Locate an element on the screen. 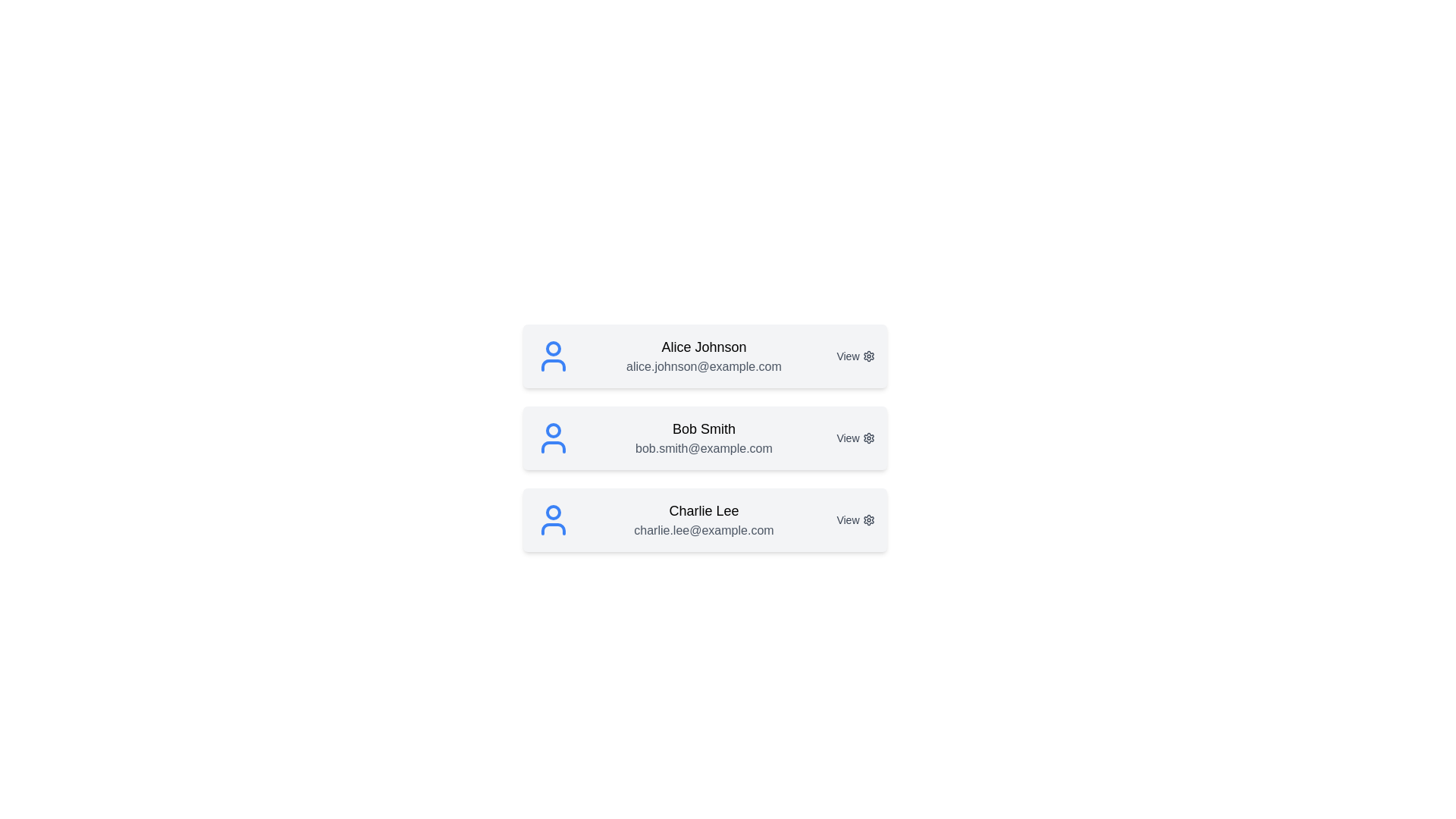 This screenshot has width=1456, height=819. the static text block displaying 'Bob Smith' and 'bob.smith@example.com', located centrally between 'Alice Johnson' and 'Charlie Lee' is located at coordinates (703, 438).